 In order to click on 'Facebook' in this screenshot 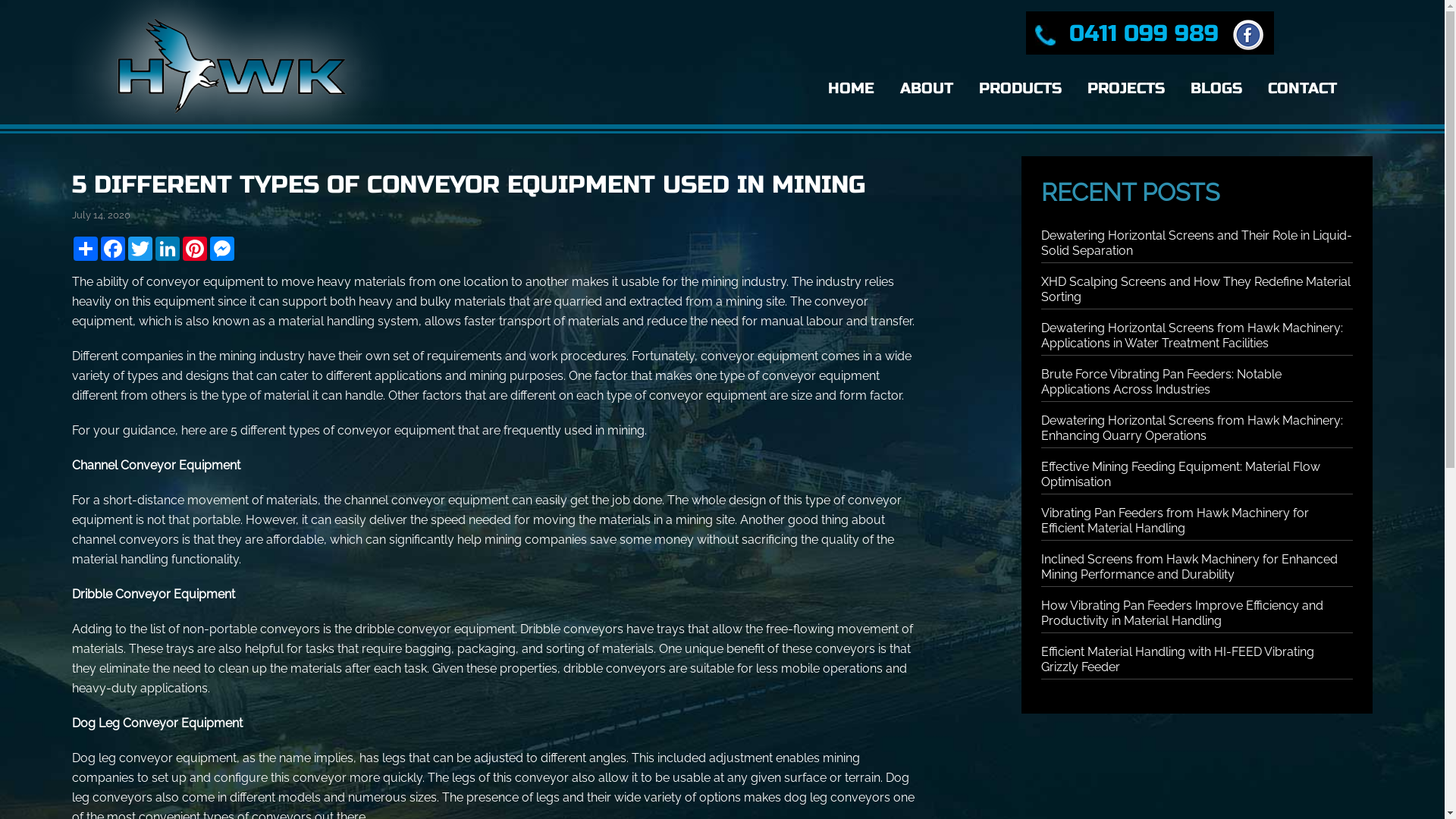, I will do `click(111, 247)`.